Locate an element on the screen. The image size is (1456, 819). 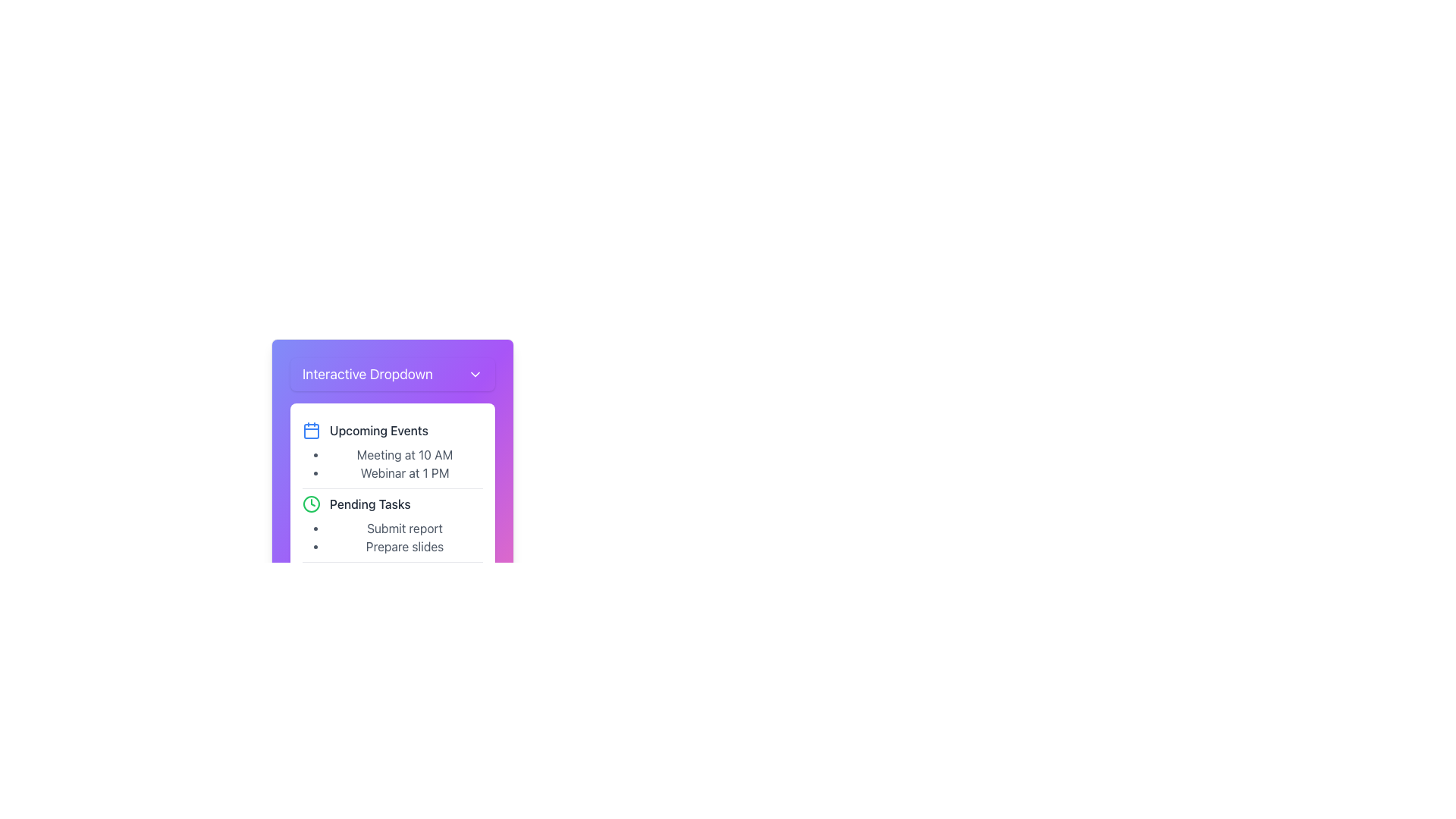
the 'Upcoming Events' label, which is a bold, dark gray text label located within the 'Interactive Dropdown' card, next to a calendar icon is located at coordinates (378, 430).